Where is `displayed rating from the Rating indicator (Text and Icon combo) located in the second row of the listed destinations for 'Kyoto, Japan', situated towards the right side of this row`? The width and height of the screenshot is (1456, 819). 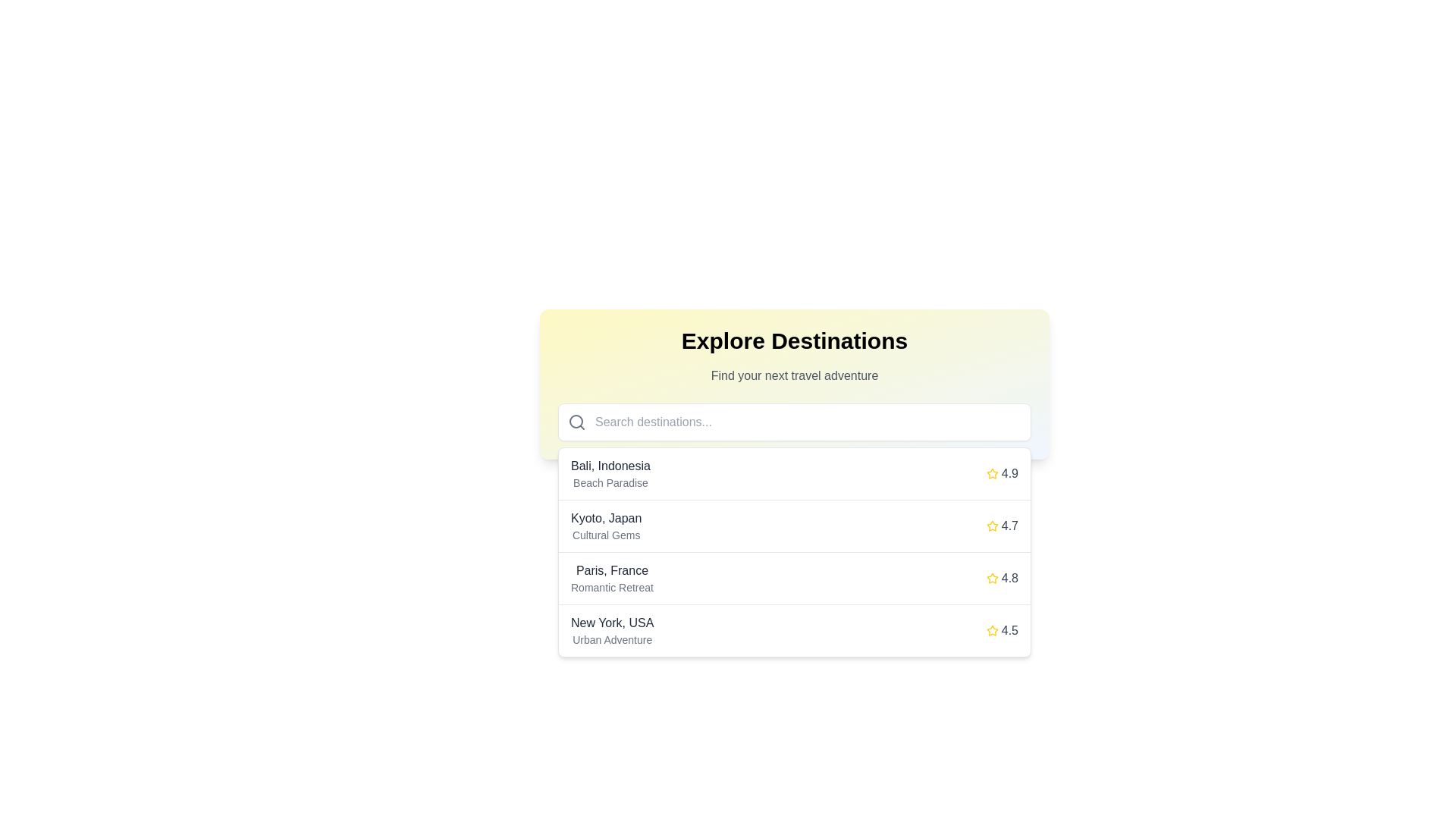 displayed rating from the Rating indicator (Text and Icon combo) located in the second row of the listed destinations for 'Kyoto, Japan', situated towards the right side of this row is located at coordinates (1002, 526).